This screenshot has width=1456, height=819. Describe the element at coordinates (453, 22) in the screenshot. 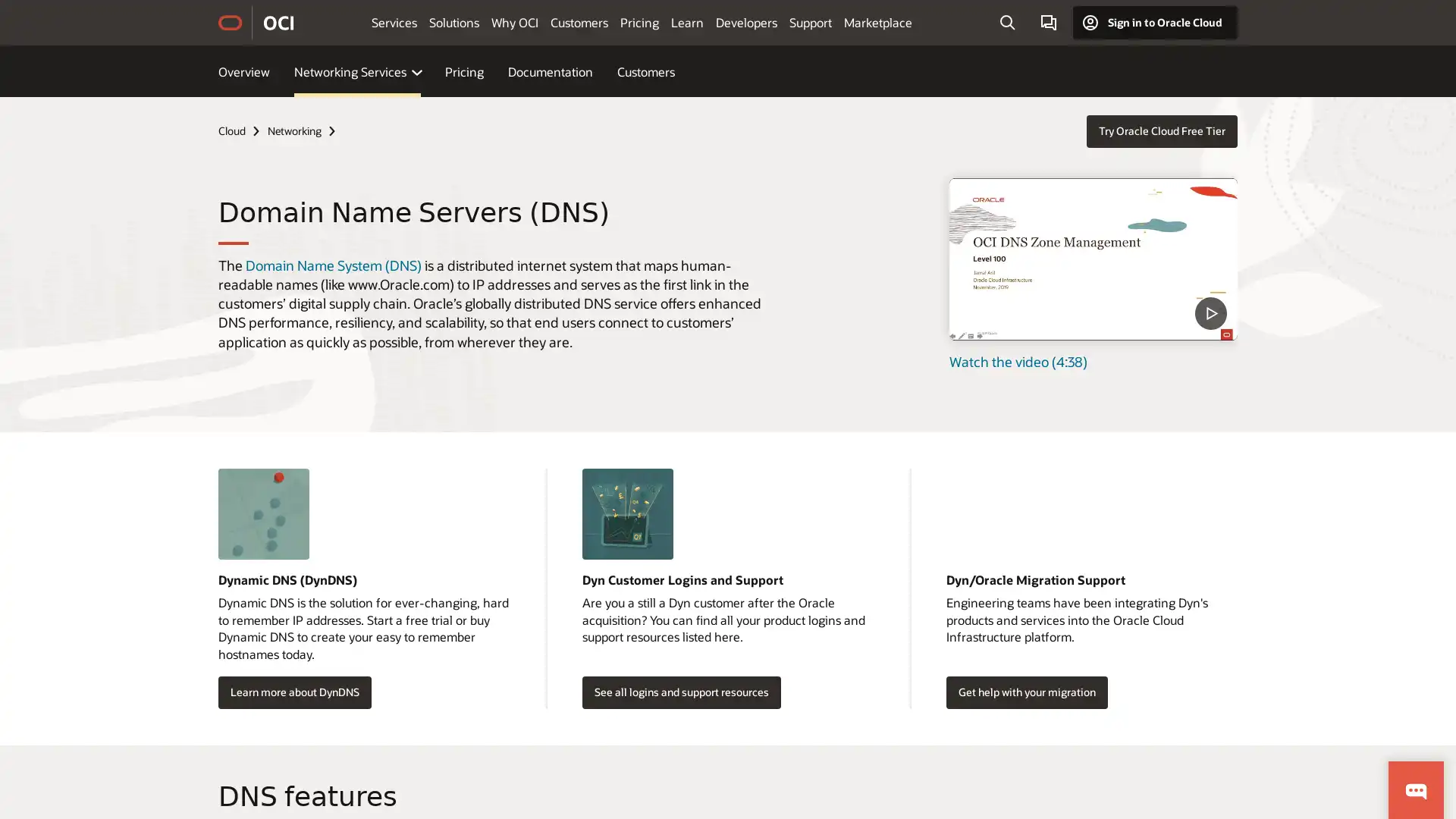

I see `Solutions` at that location.